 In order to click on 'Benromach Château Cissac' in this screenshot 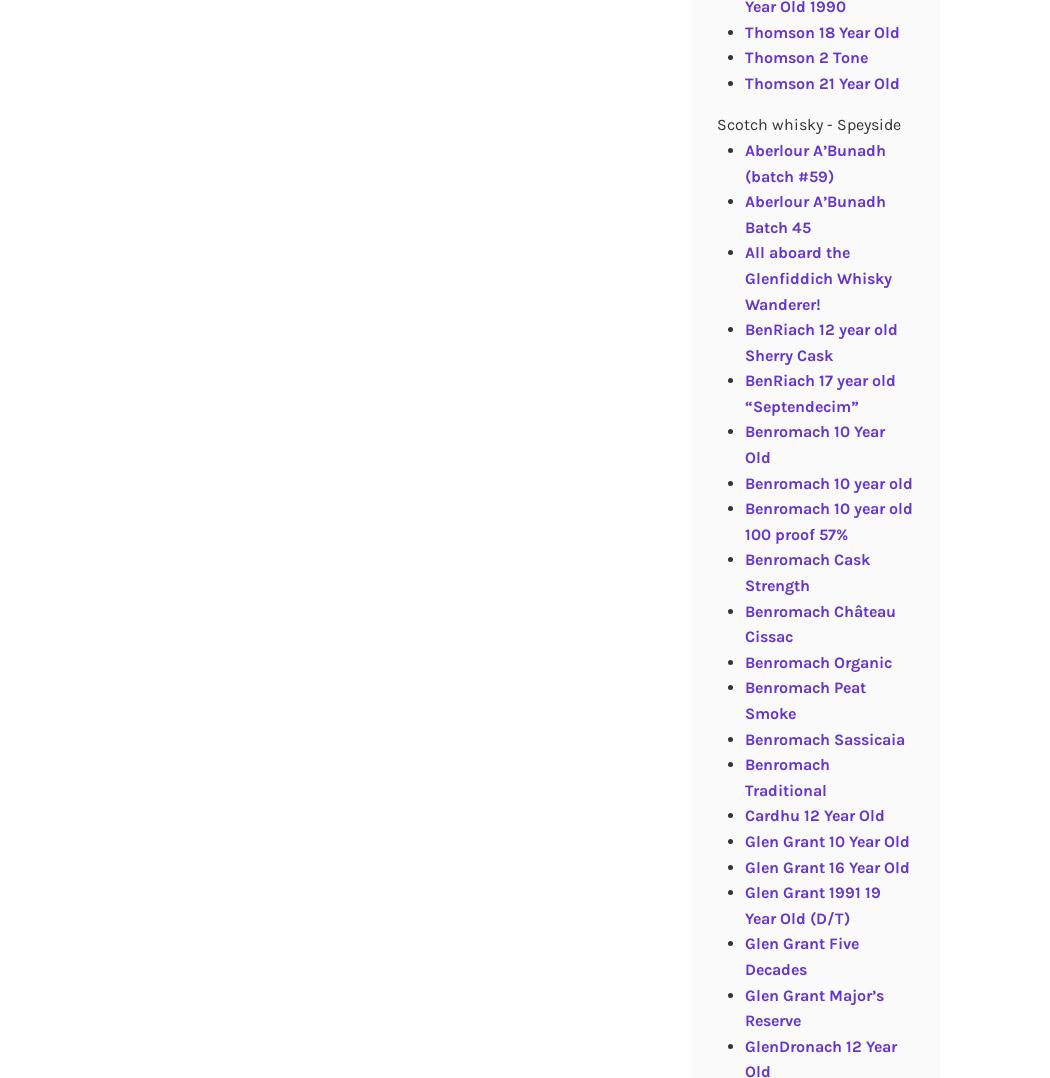, I will do `click(818, 622)`.